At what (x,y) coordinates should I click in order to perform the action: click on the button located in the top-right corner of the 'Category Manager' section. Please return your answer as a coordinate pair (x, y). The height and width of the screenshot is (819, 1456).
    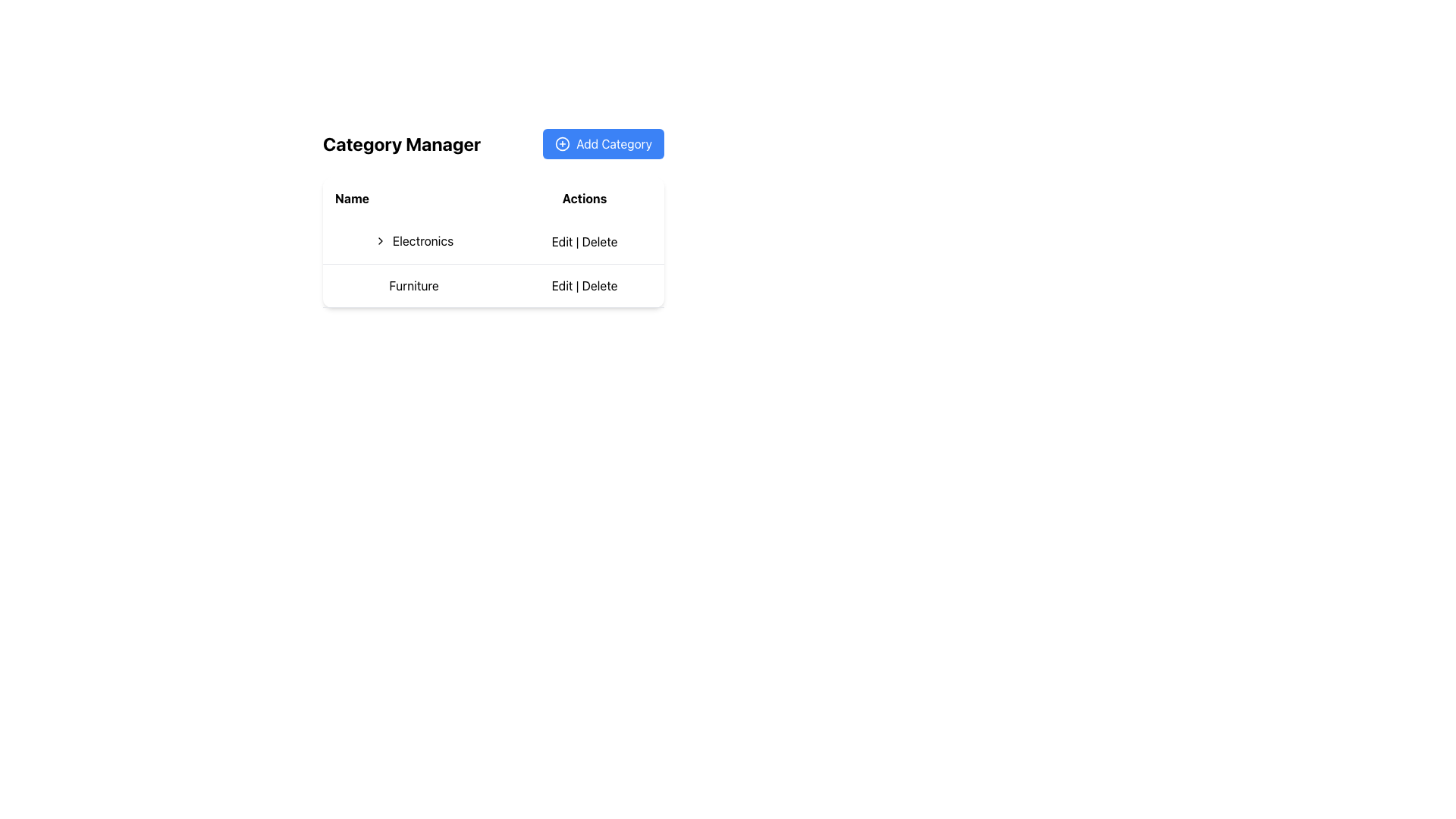
    Looking at the image, I should click on (603, 143).